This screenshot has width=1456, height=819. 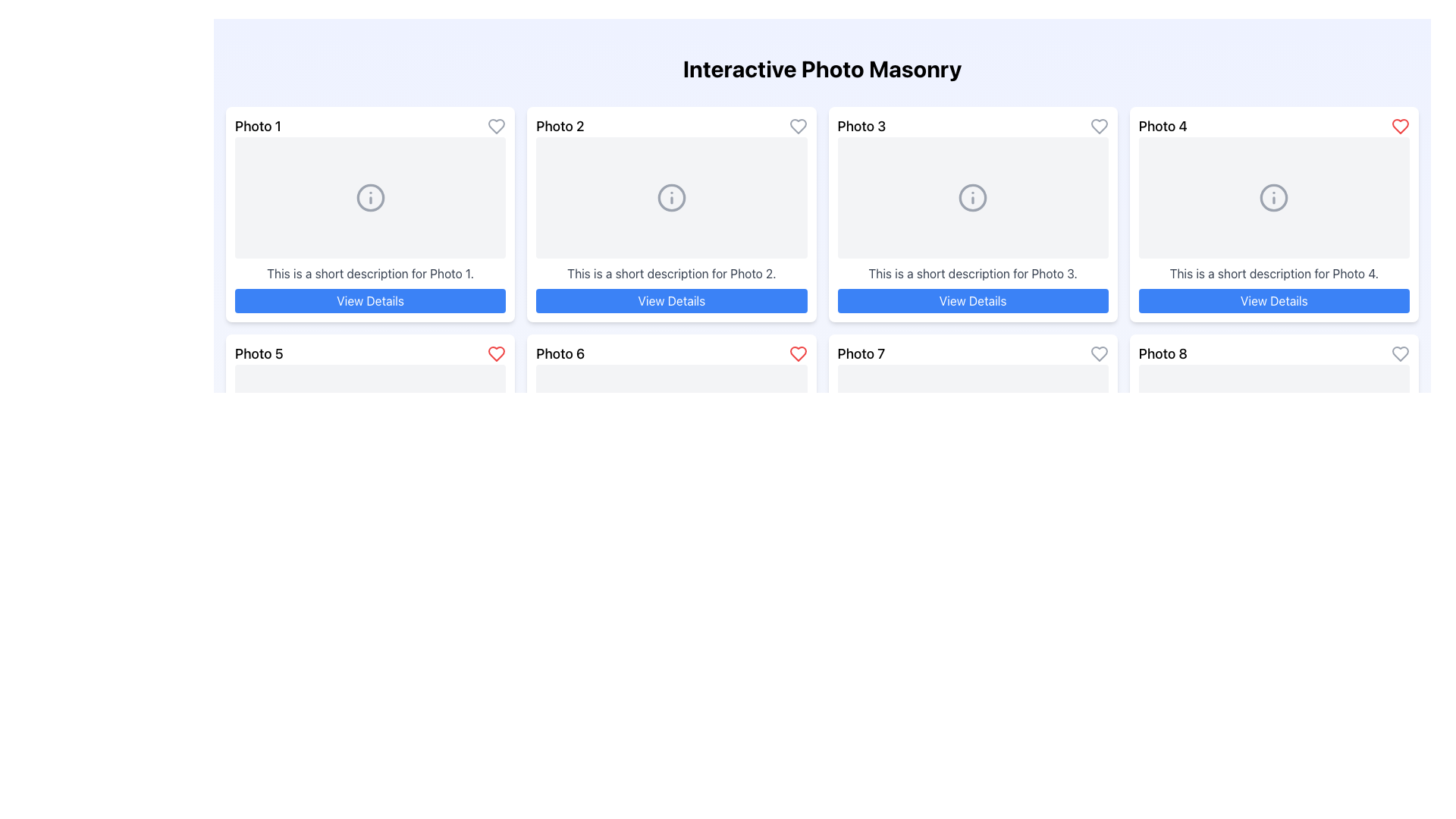 What do you see at coordinates (973, 301) in the screenshot?
I see `the 'View Details' button with a blue background and white text, located at the bottom of the 'Photo 3' card in the interactive photo grid` at bounding box center [973, 301].